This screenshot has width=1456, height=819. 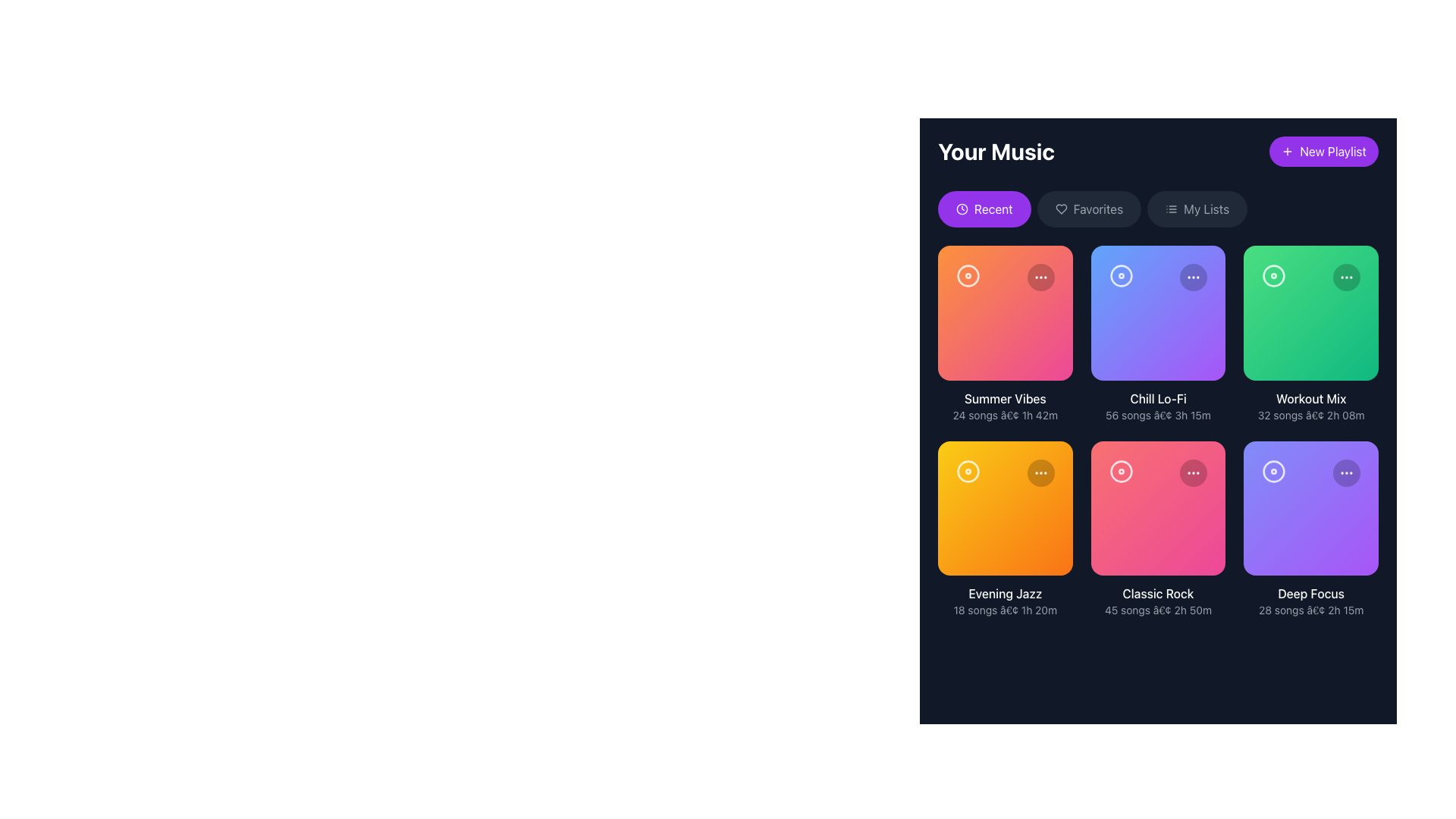 I want to click on the button in the 'Chill Lo-Fi' playlist card, so click(x=1121, y=275).